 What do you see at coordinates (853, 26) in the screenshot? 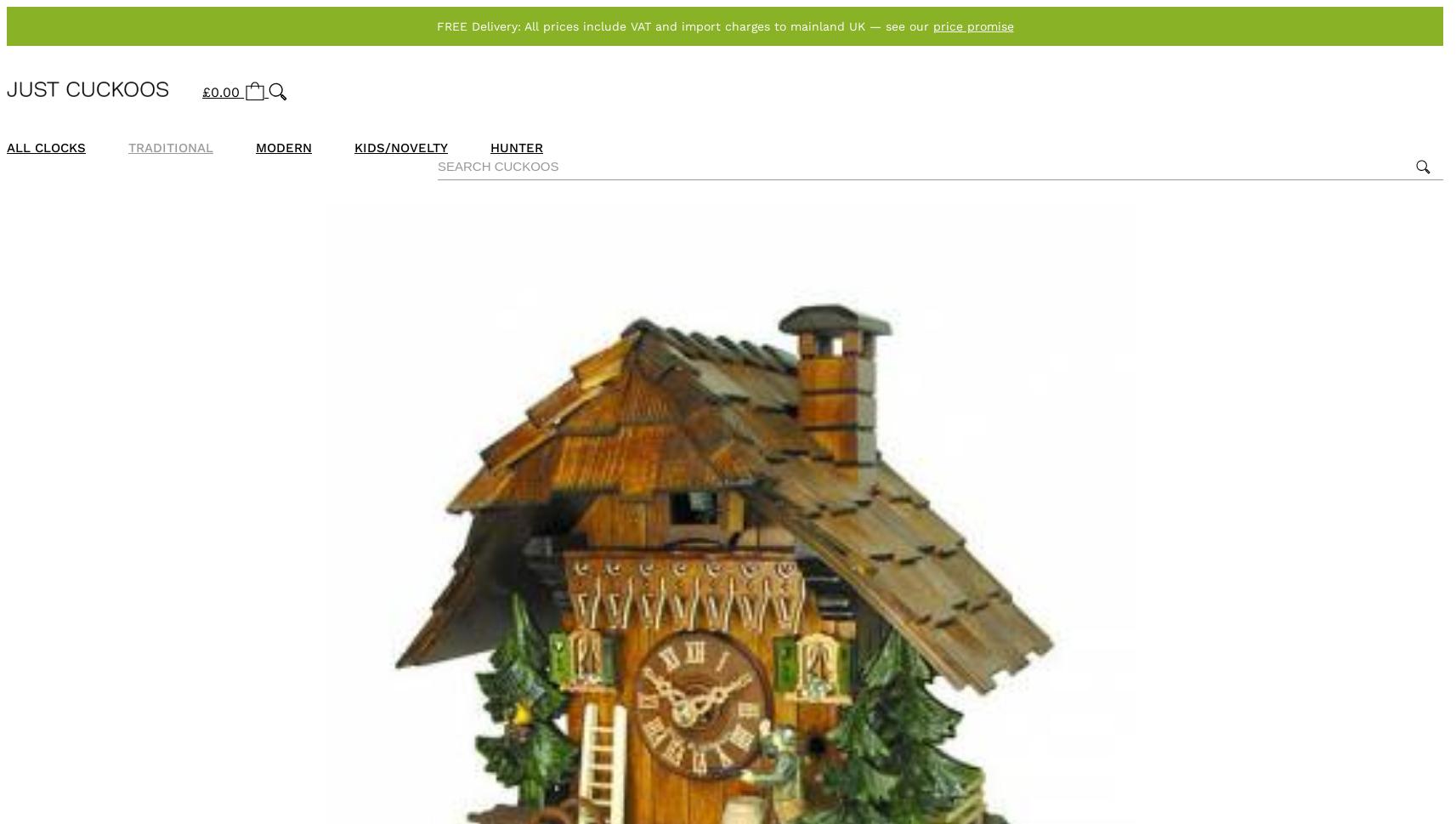
I see `'to mainland UK — see our'` at bounding box center [853, 26].